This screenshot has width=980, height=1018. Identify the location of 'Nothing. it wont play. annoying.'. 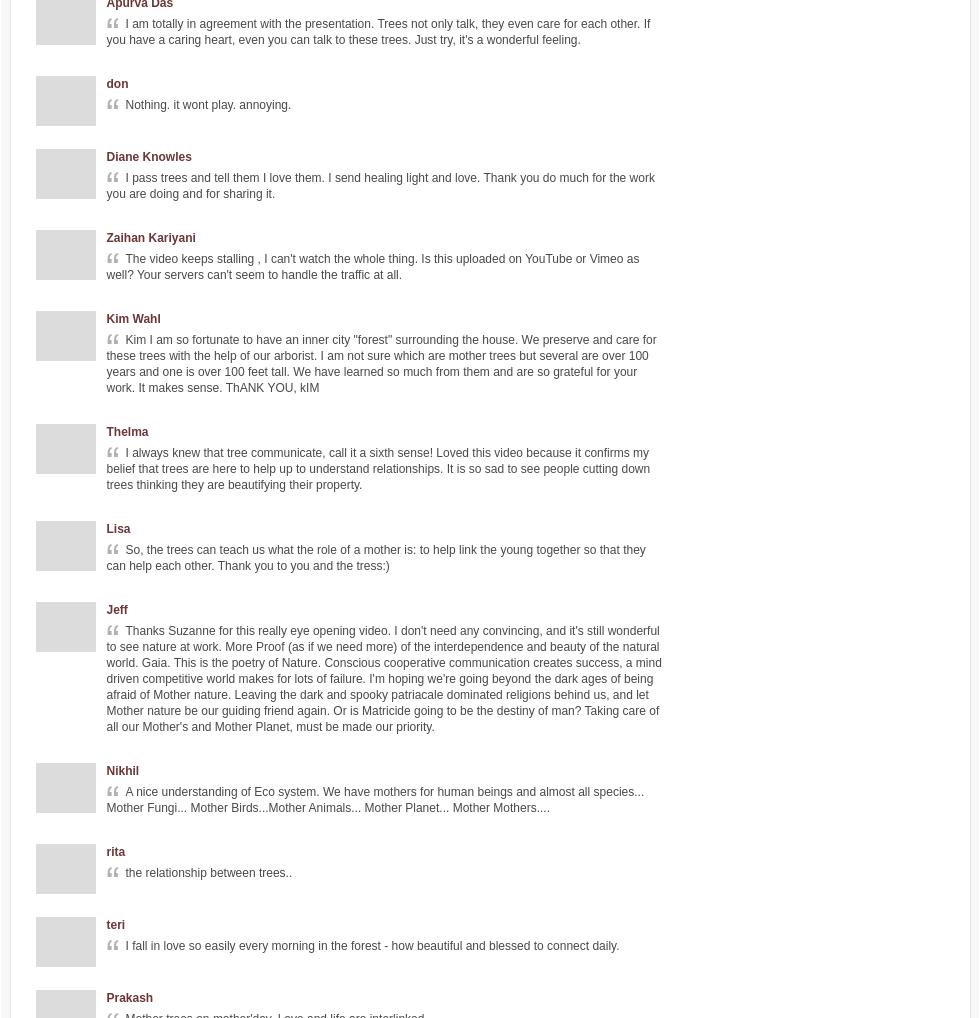
(207, 103).